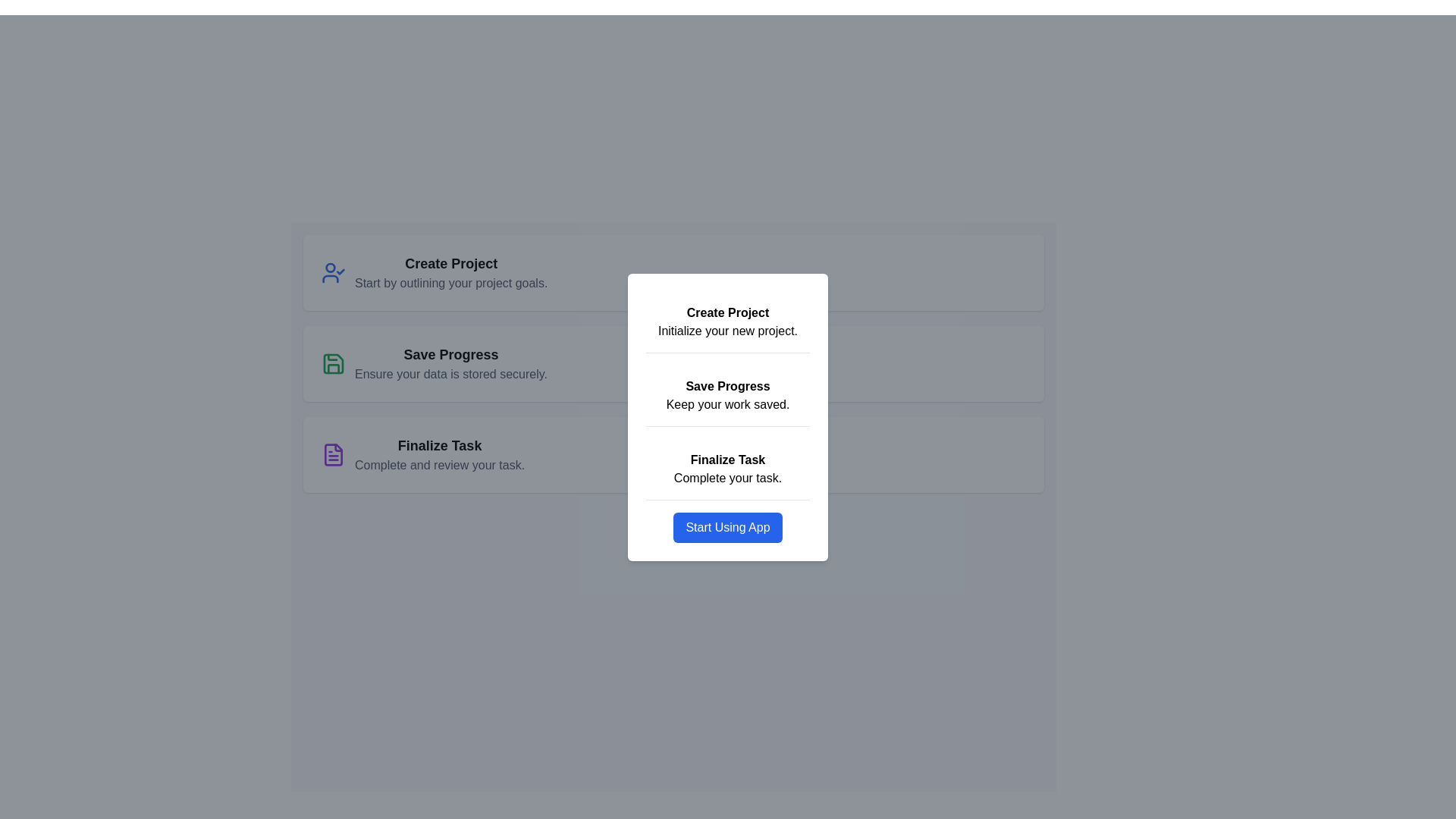 This screenshot has height=819, width=1456. Describe the element at coordinates (439, 464) in the screenshot. I see `the text label located beneath the bold header in the 'Finalize Task' card layout, which serves as a descriptive label or subtitle` at that location.